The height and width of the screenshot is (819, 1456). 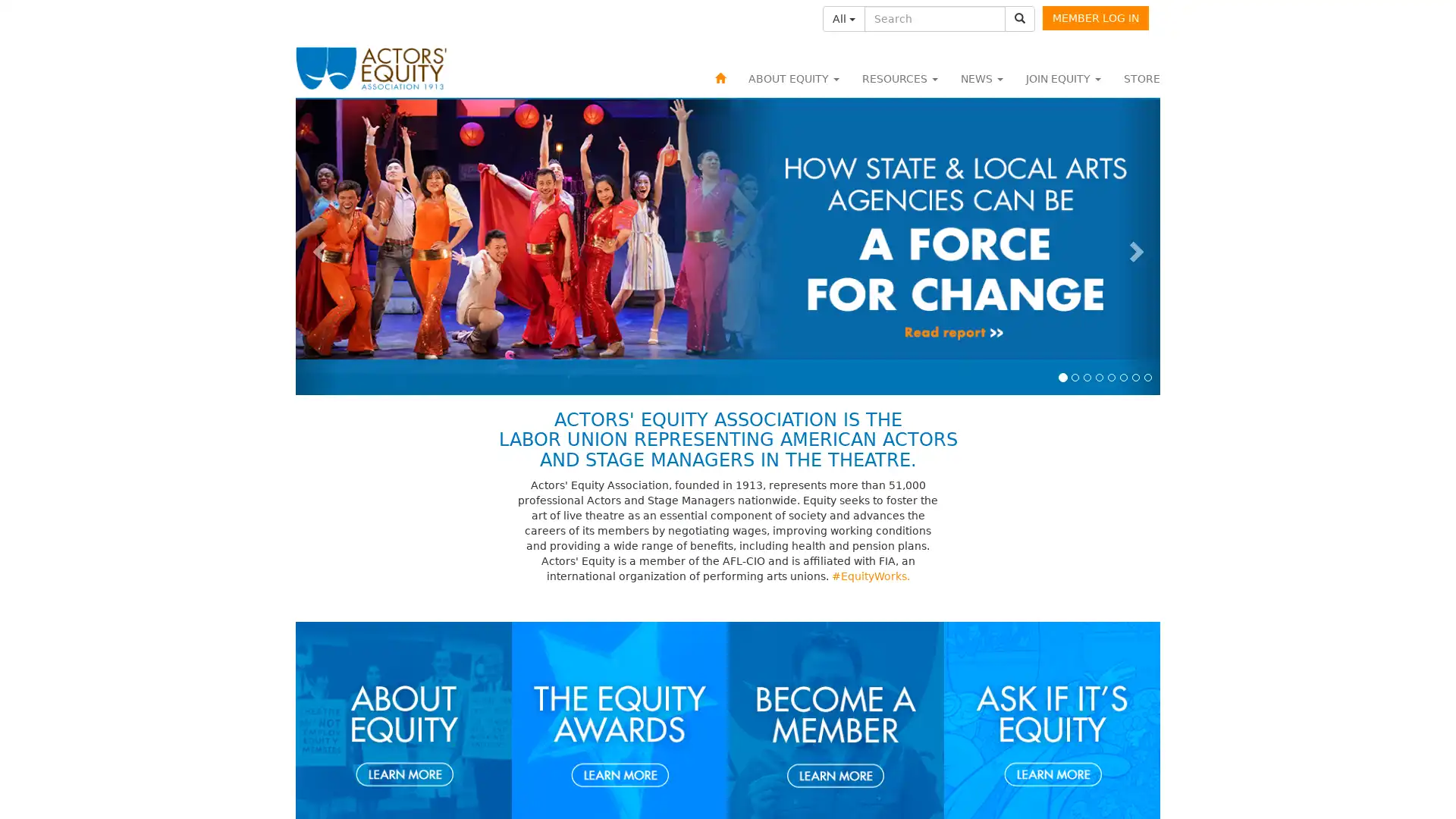 I want to click on All, so click(x=843, y=18).